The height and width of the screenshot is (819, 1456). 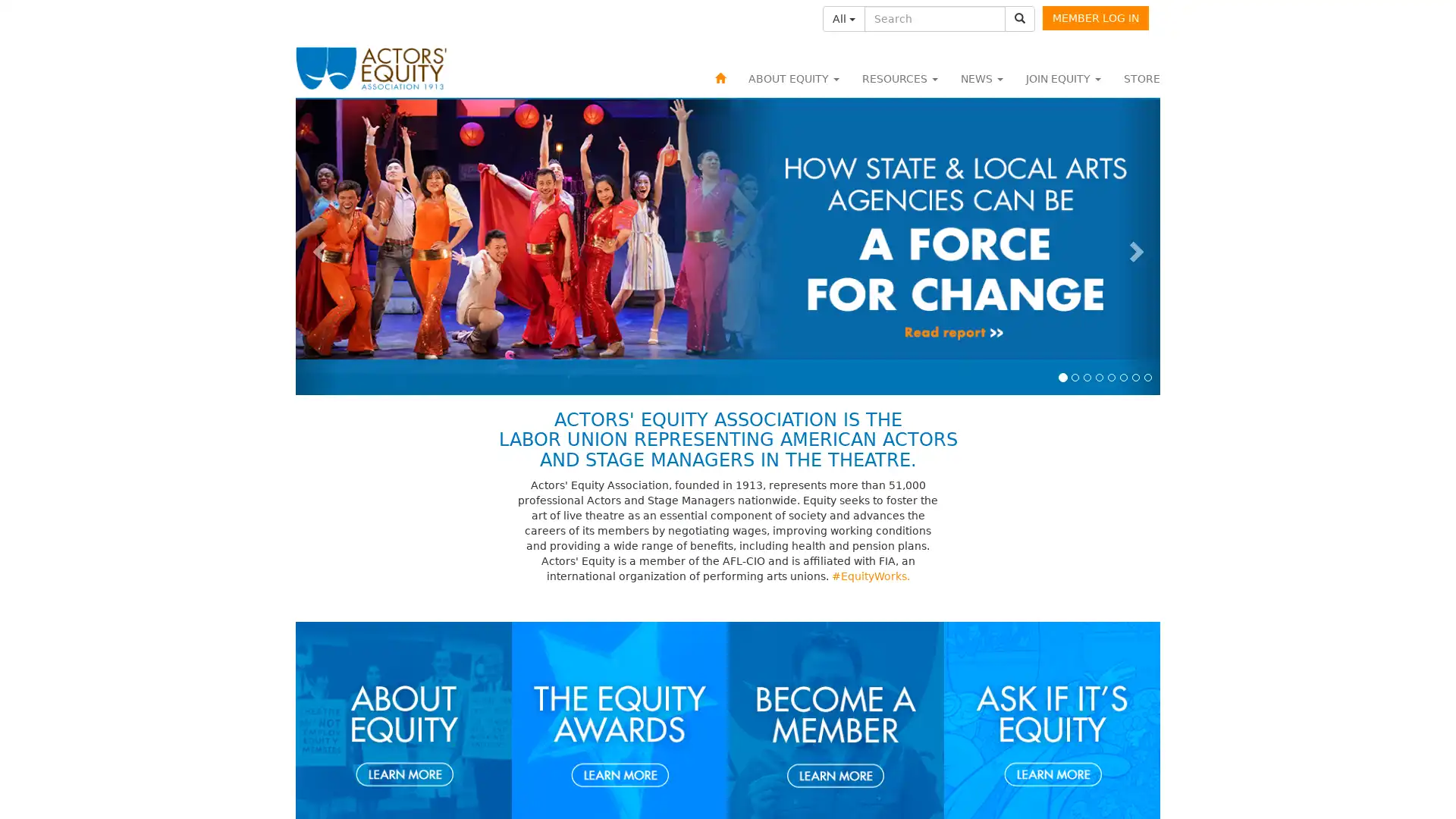 I want to click on All, so click(x=843, y=18).